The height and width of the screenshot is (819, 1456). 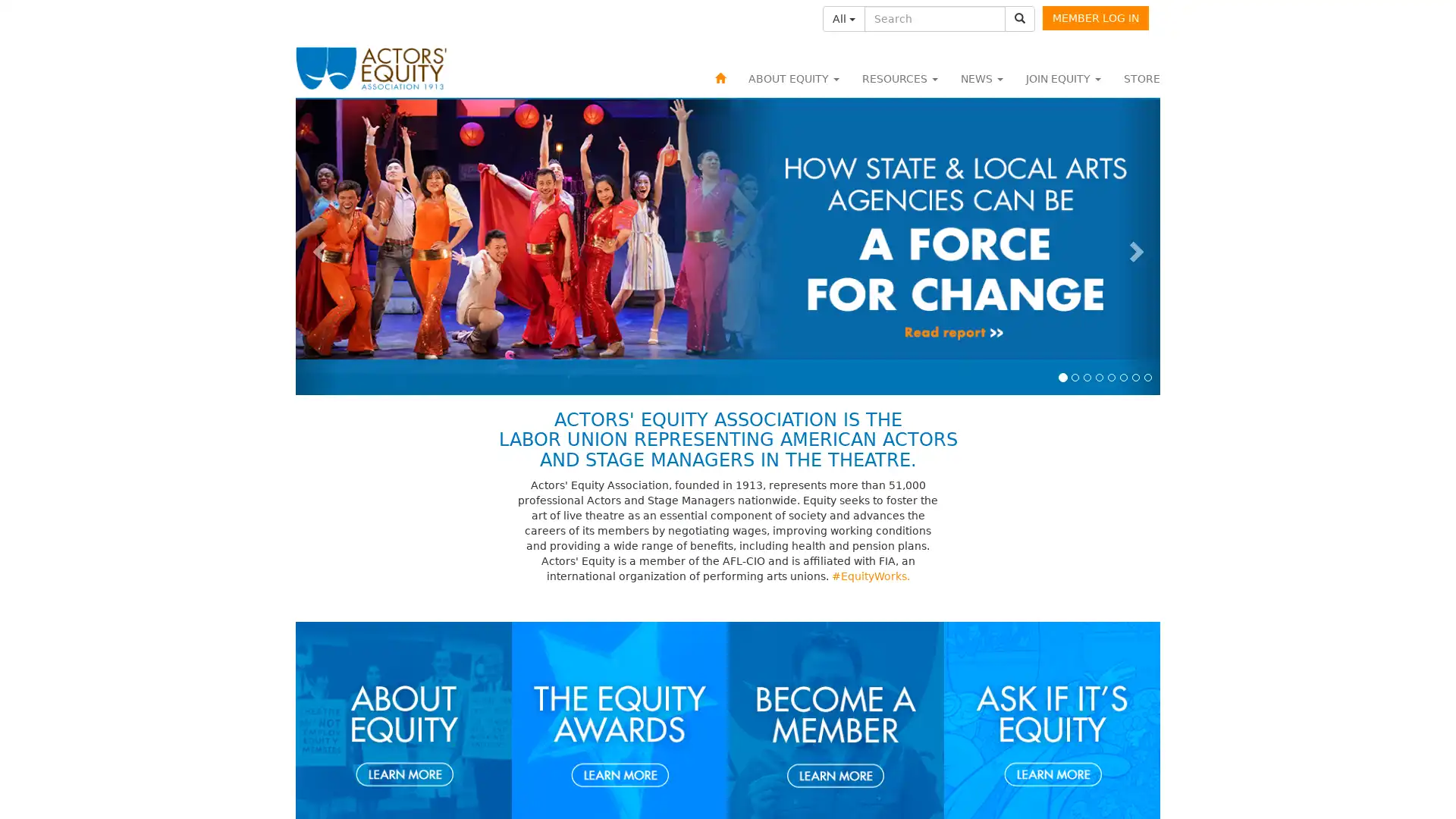 I want to click on All, so click(x=843, y=18).